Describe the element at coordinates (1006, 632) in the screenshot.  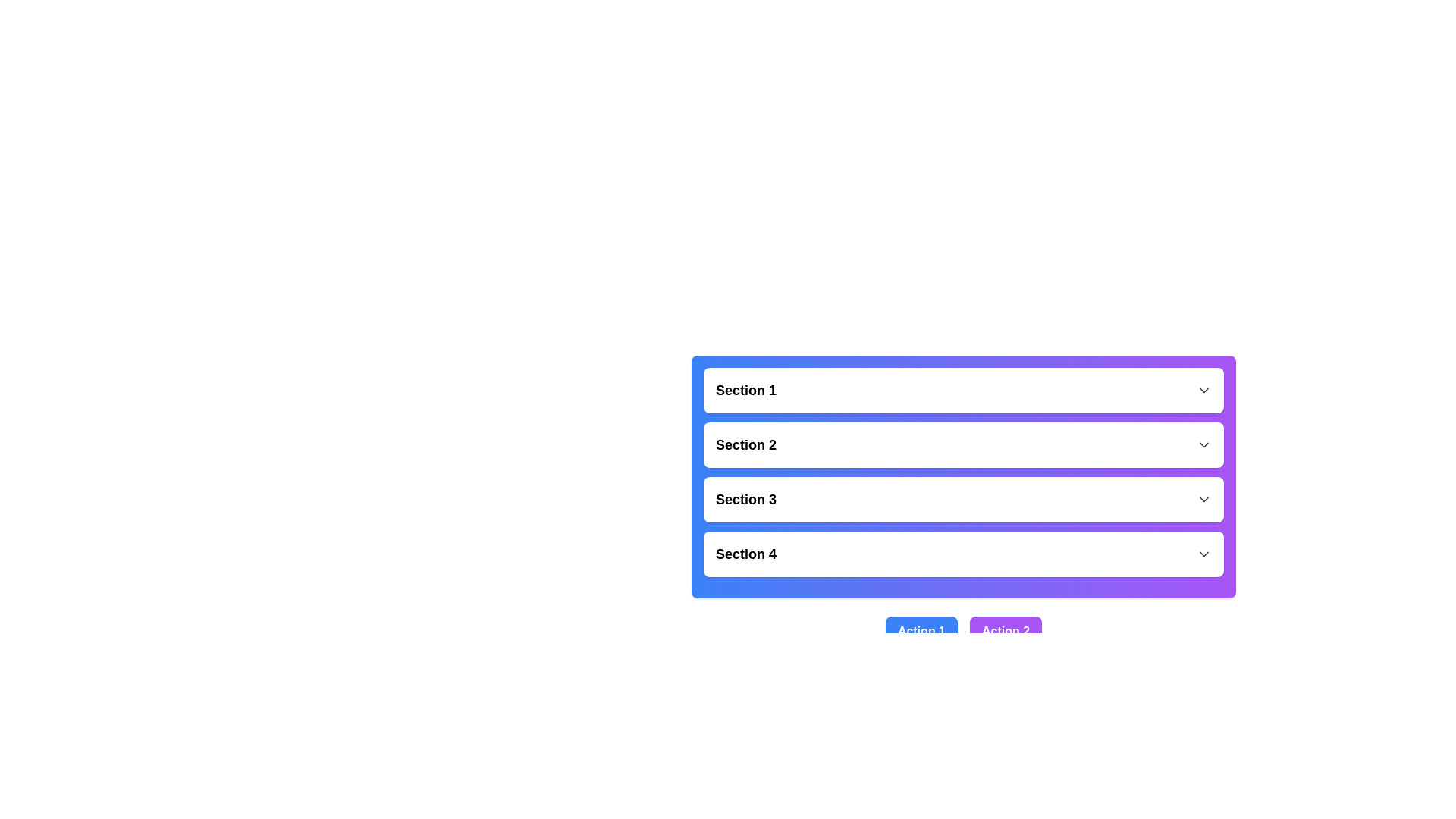
I see `the button labeled 'Action 2' located to the right of the blue button 'Action 1' in the bottom-right quadrant of the interface` at that location.